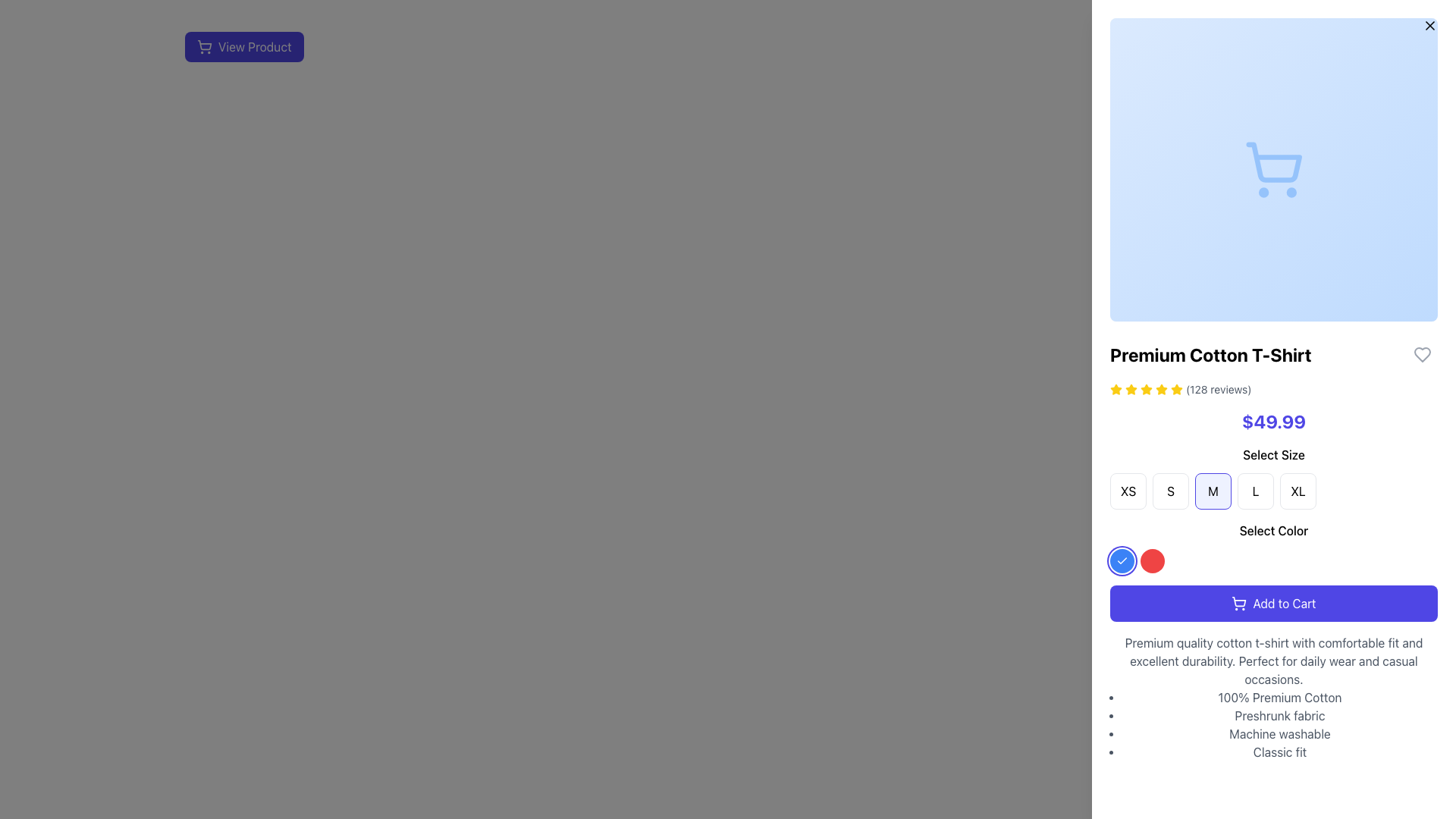 The image size is (1456, 819). Describe the element at coordinates (1175, 388) in the screenshot. I see `the rating associated with the first star icon in the rating system for the Premium Cotton T-Shirt` at that location.